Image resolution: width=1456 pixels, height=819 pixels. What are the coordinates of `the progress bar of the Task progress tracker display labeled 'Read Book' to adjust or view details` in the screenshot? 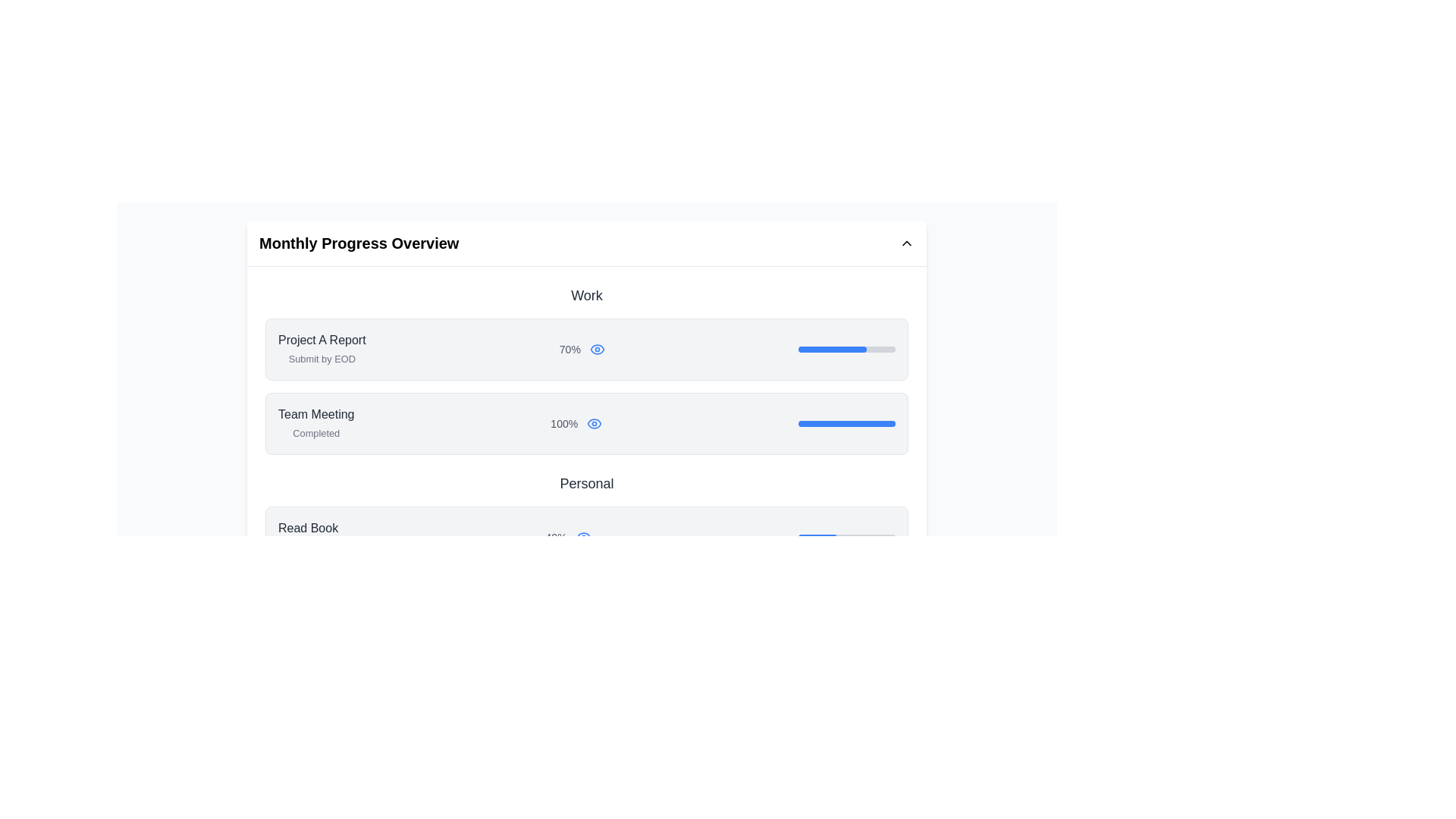 It's located at (585, 537).